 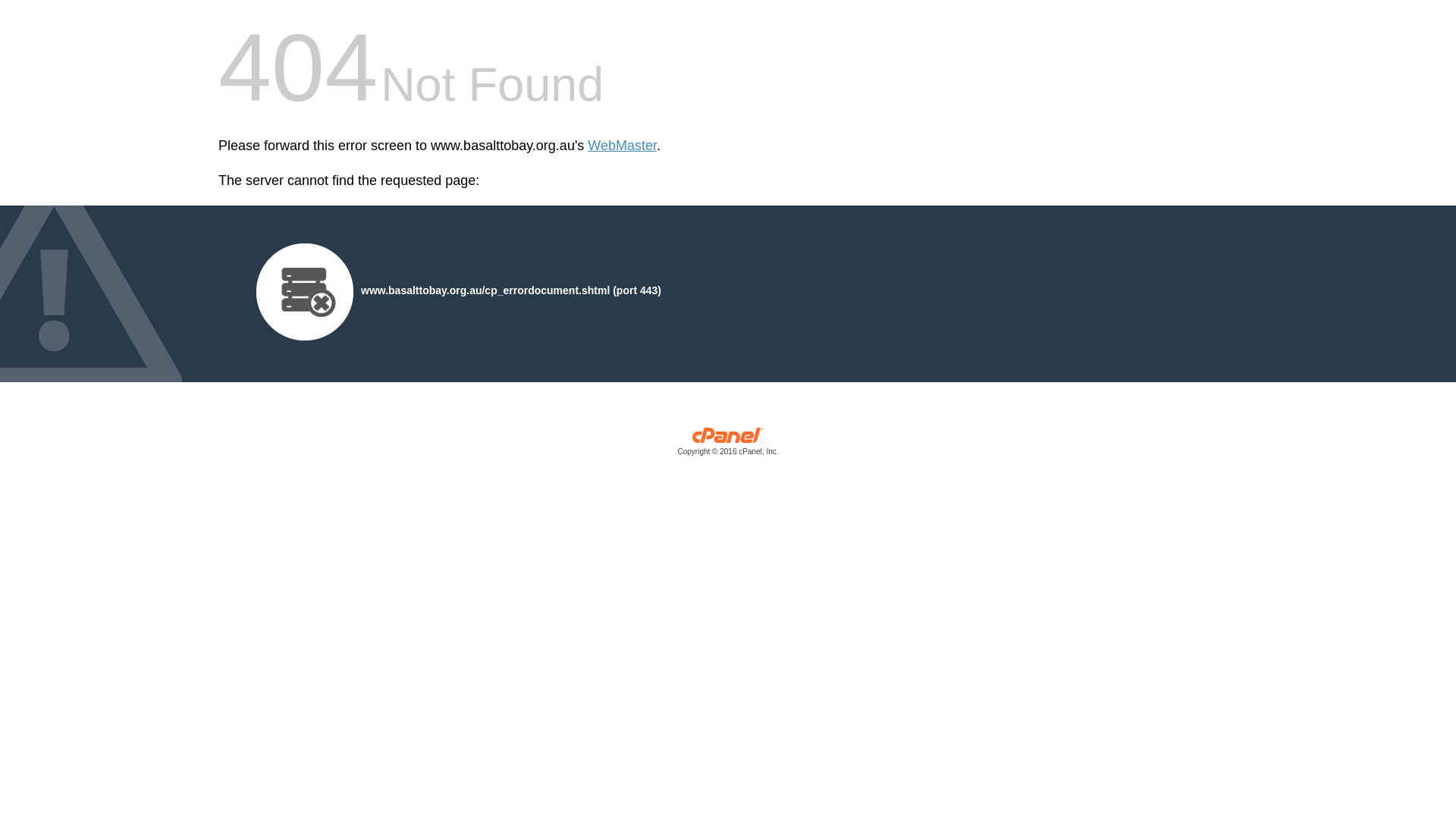 What do you see at coordinates (622, 146) in the screenshot?
I see `'WebMaster'` at bounding box center [622, 146].